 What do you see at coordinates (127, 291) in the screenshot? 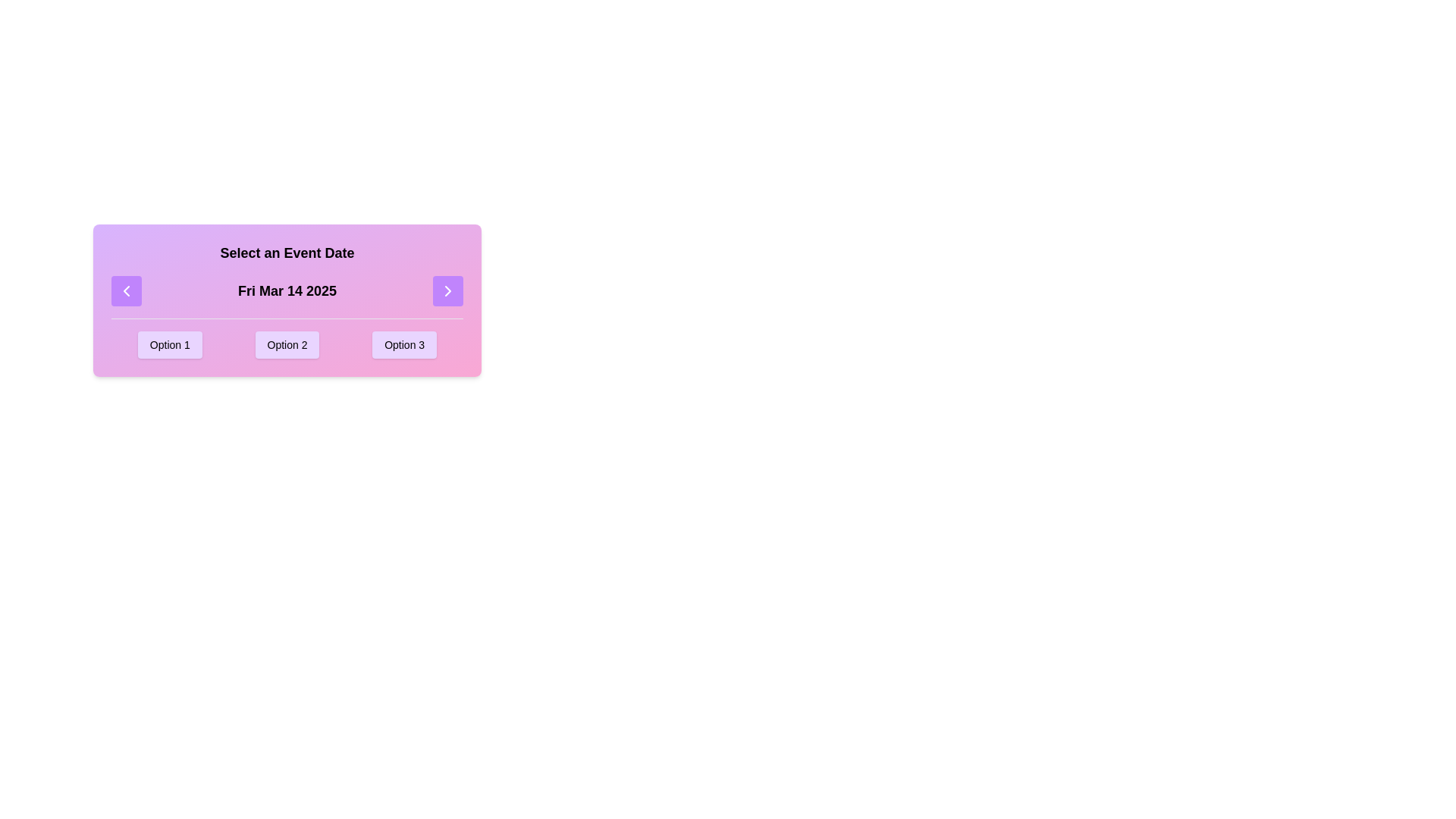
I see `the leftward-facing chevron icon within the square button on the card titled 'Select an Event Date'` at bounding box center [127, 291].